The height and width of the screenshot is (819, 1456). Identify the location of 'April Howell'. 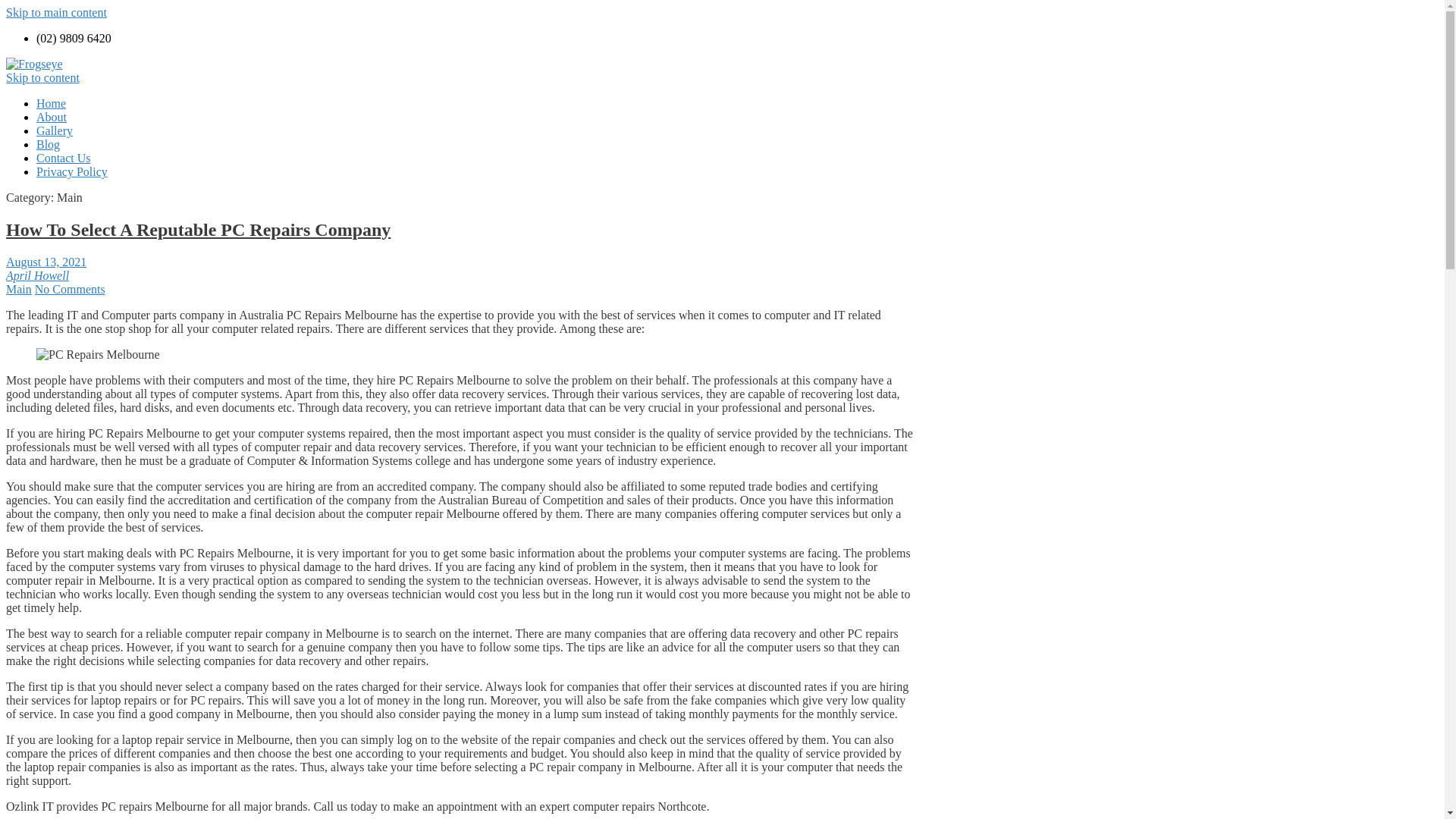
(37, 275).